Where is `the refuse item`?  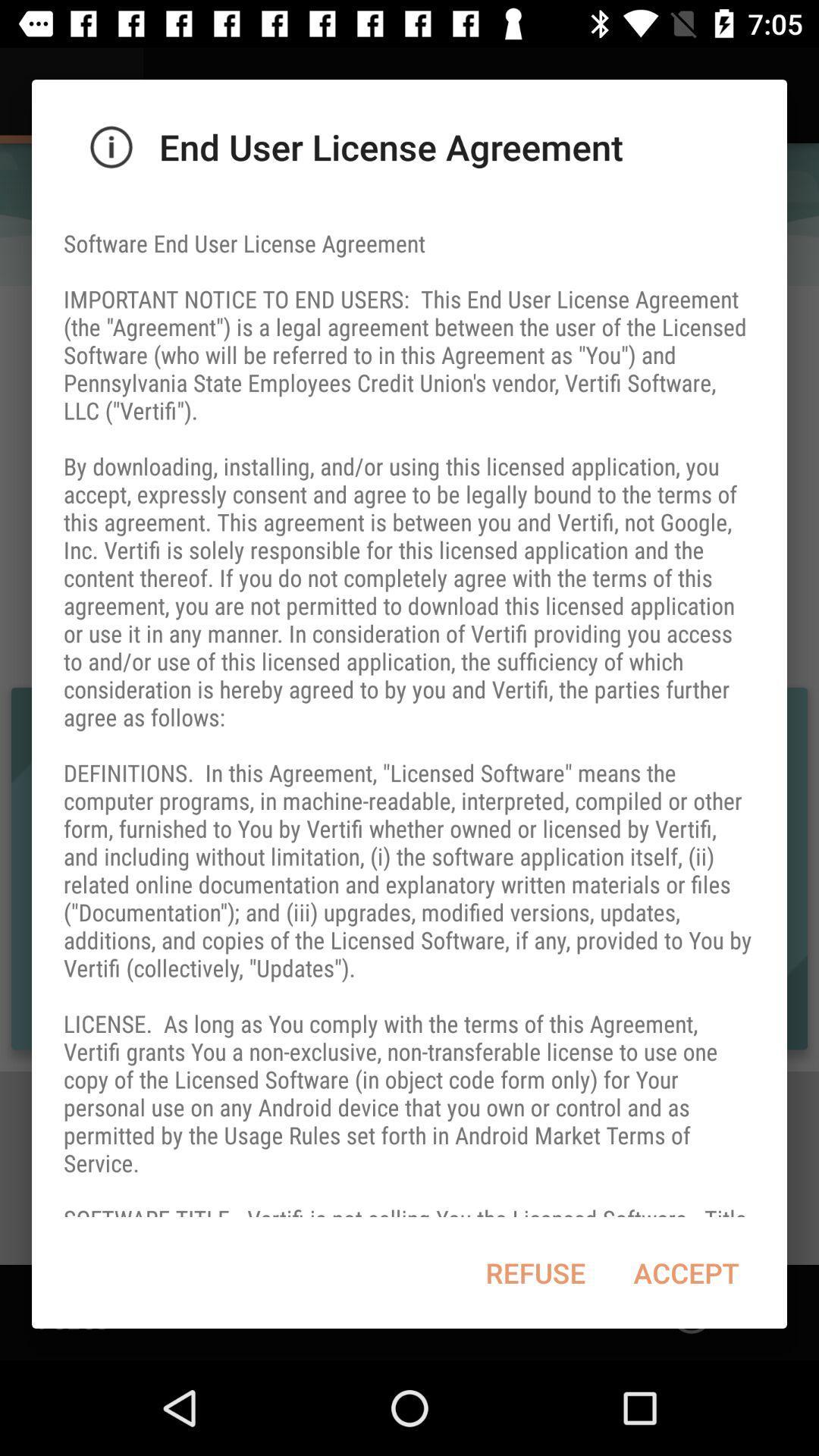 the refuse item is located at coordinates (535, 1272).